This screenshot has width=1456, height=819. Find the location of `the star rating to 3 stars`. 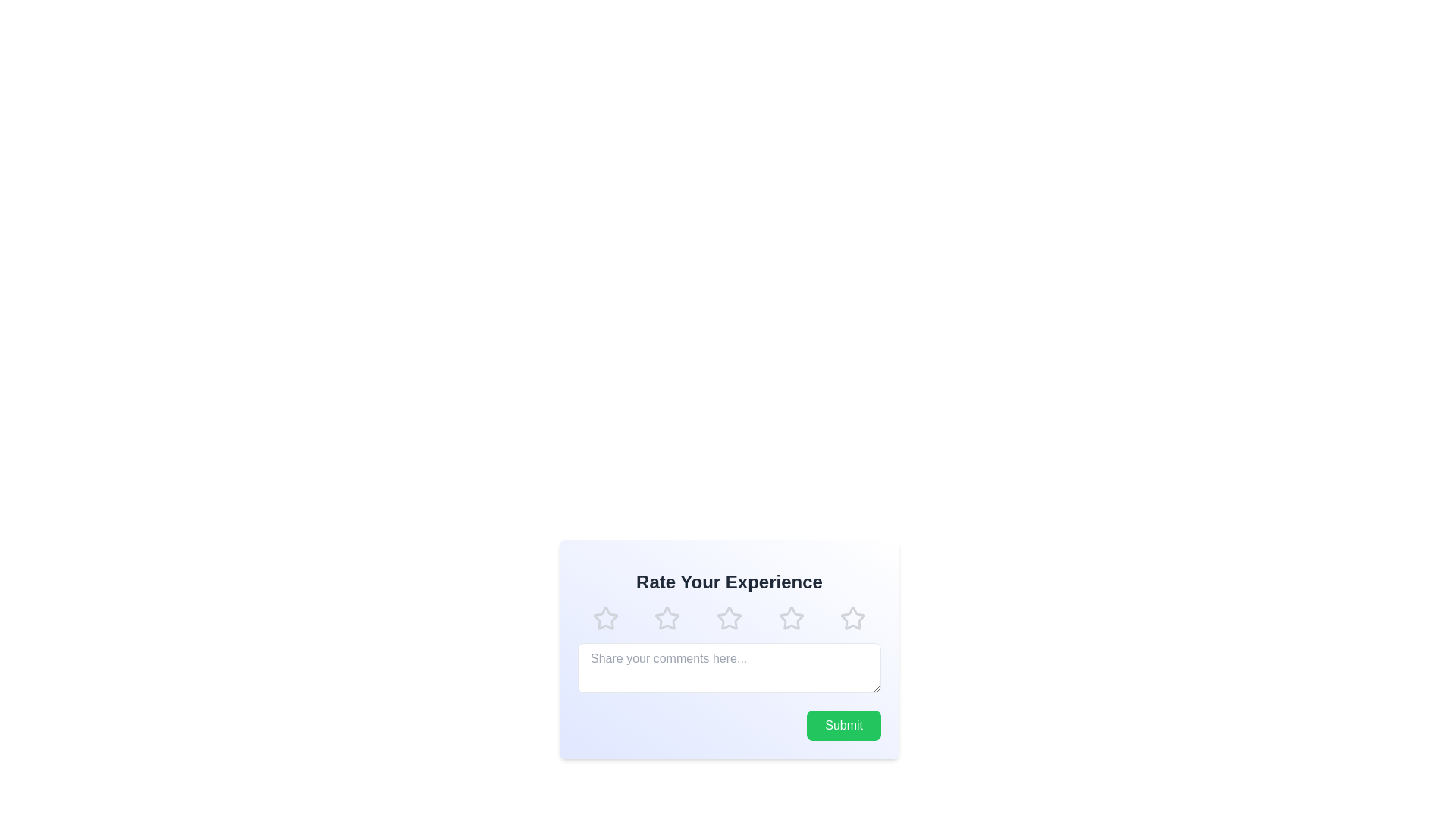

the star rating to 3 stars is located at coordinates (729, 619).